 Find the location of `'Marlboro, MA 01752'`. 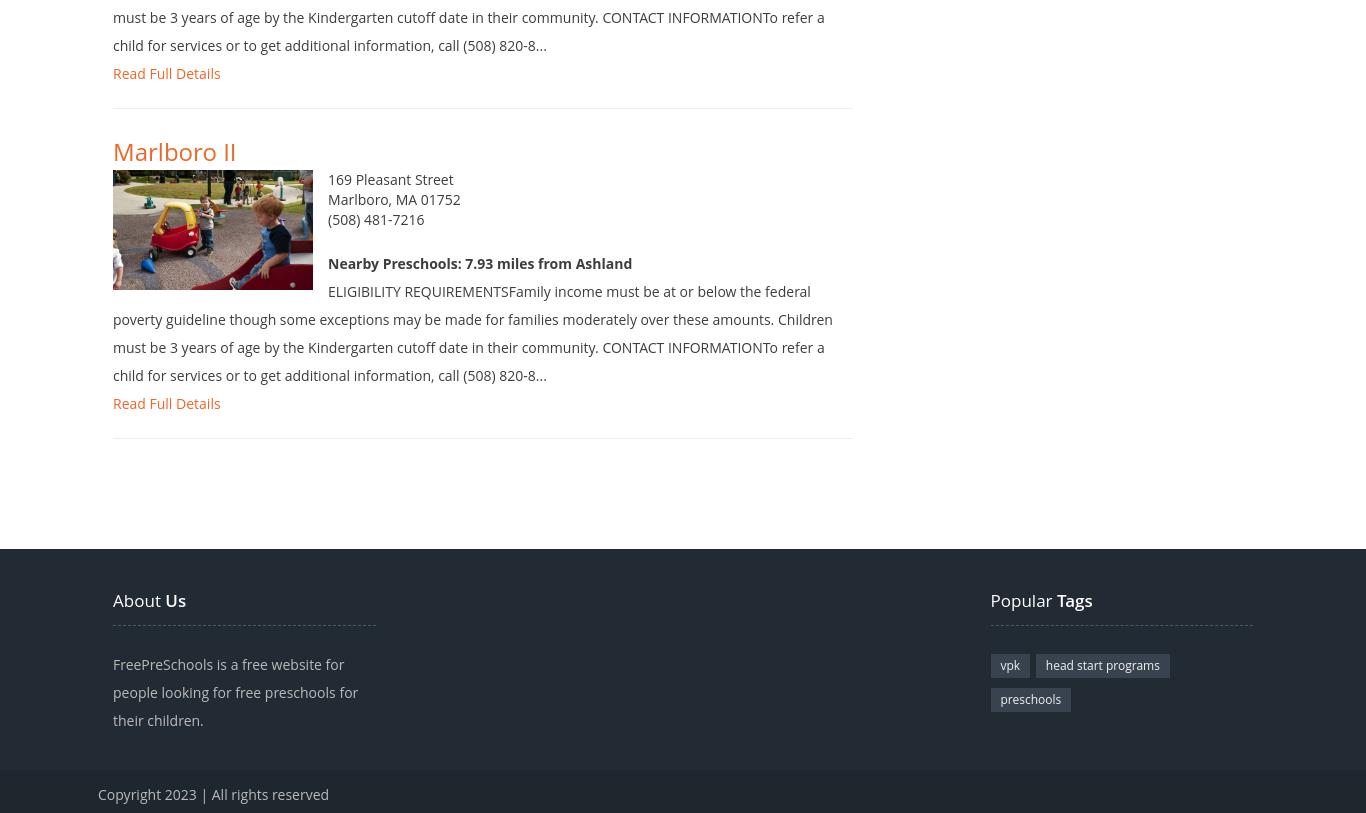

'Marlboro, MA 01752' is located at coordinates (392, 229).